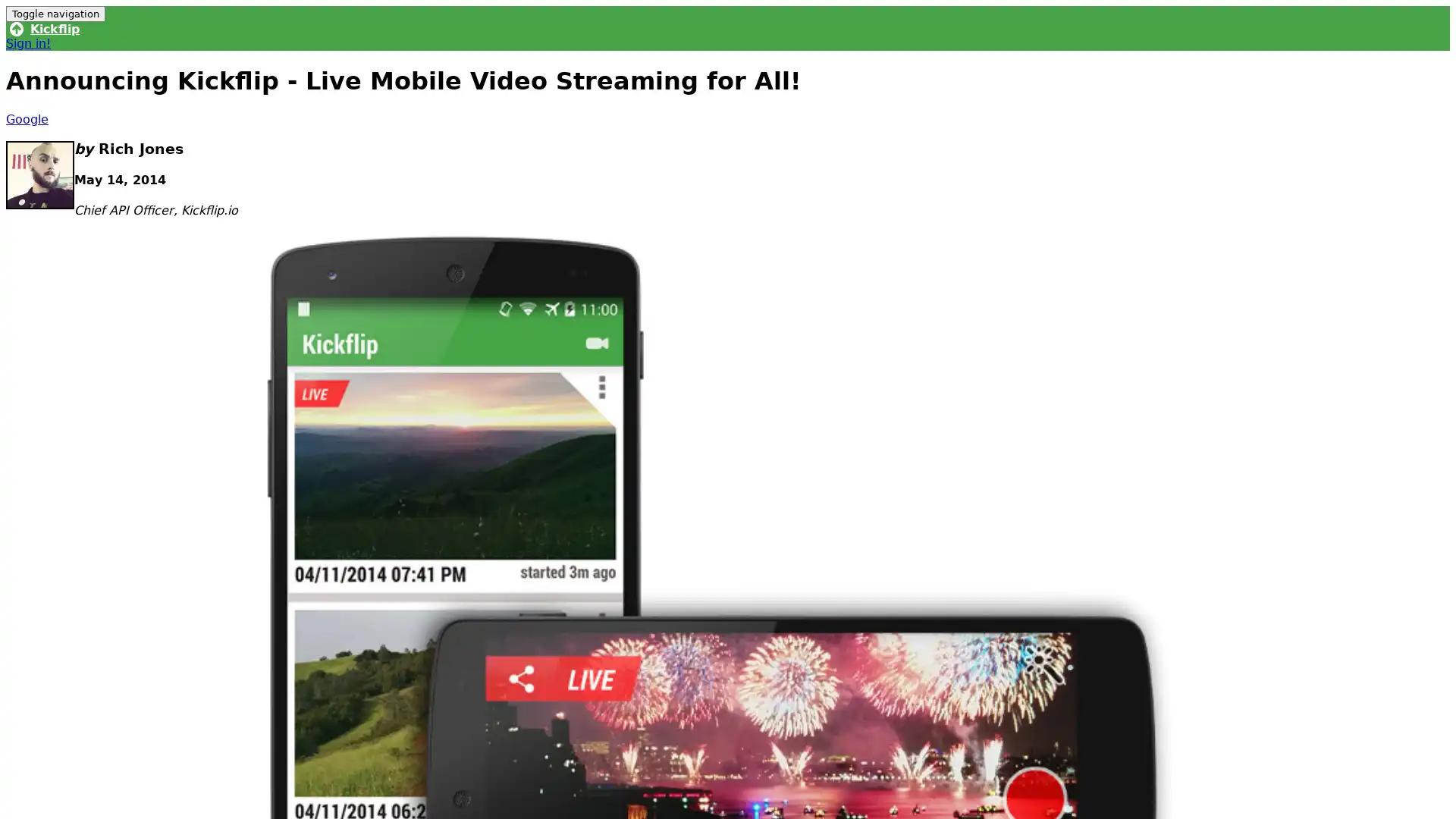 The width and height of the screenshot is (1456, 819). Describe the element at coordinates (55, 14) in the screenshot. I see `Toggle navigation` at that location.